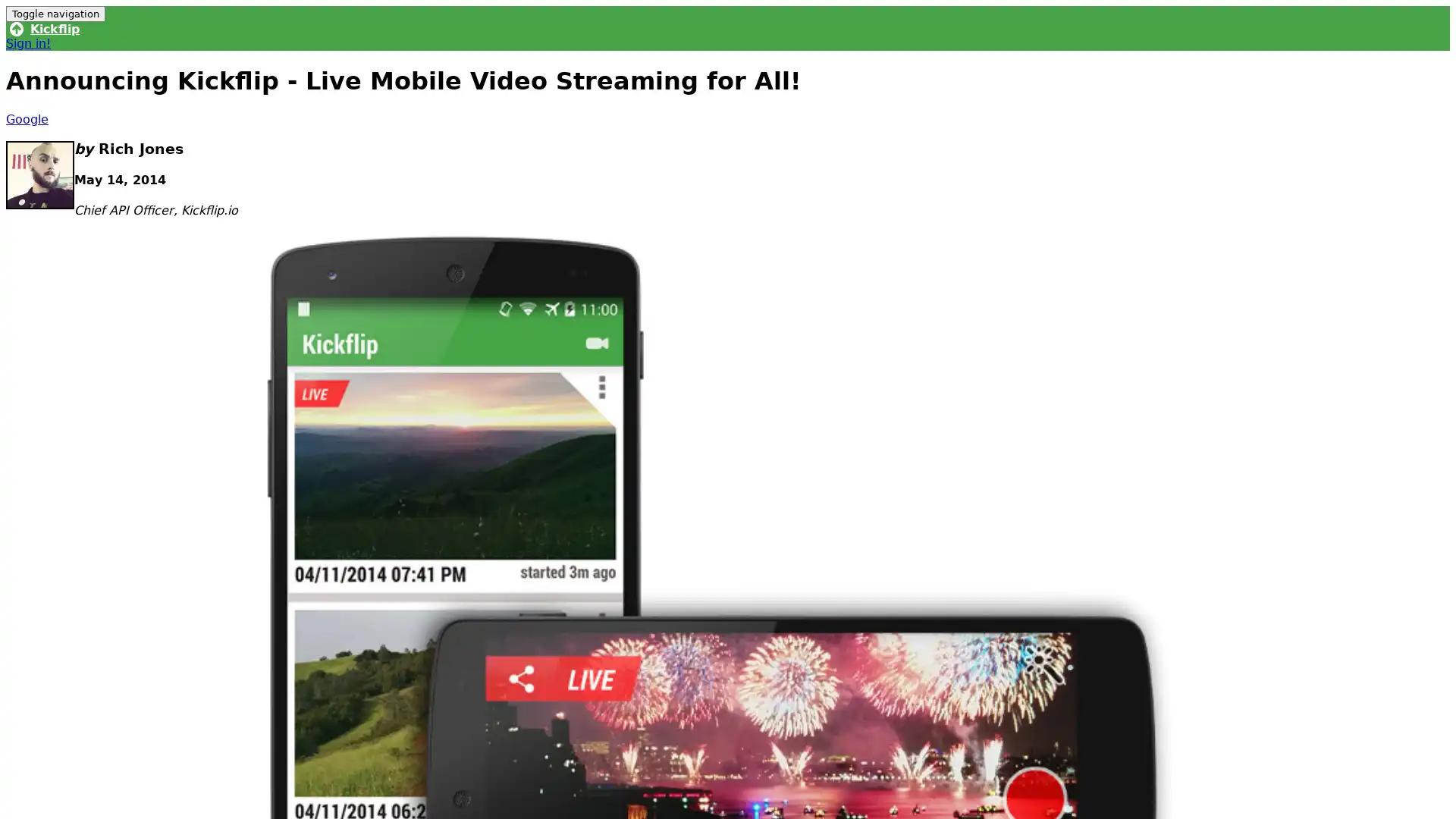 The width and height of the screenshot is (1456, 819). Describe the element at coordinates (55, 14) in the screenshot. I see `Toggle navigation` at that location.